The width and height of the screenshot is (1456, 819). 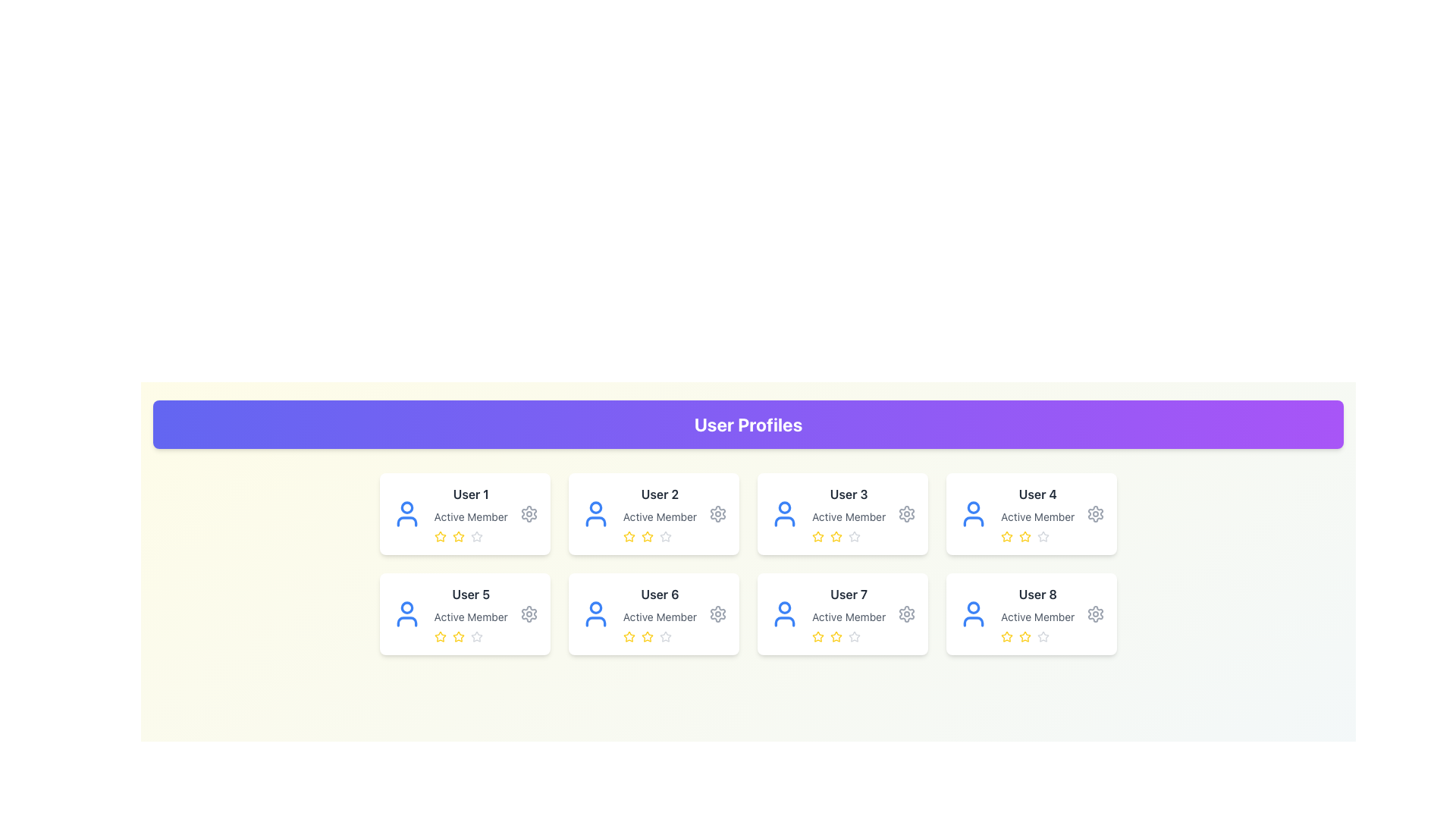 What do you see at coordinates (464, 614) in the screenshot?
I see `the gear icon on the Profile card located in the second row and first column of the grid layout for settings` at bounding box center [464, 614].